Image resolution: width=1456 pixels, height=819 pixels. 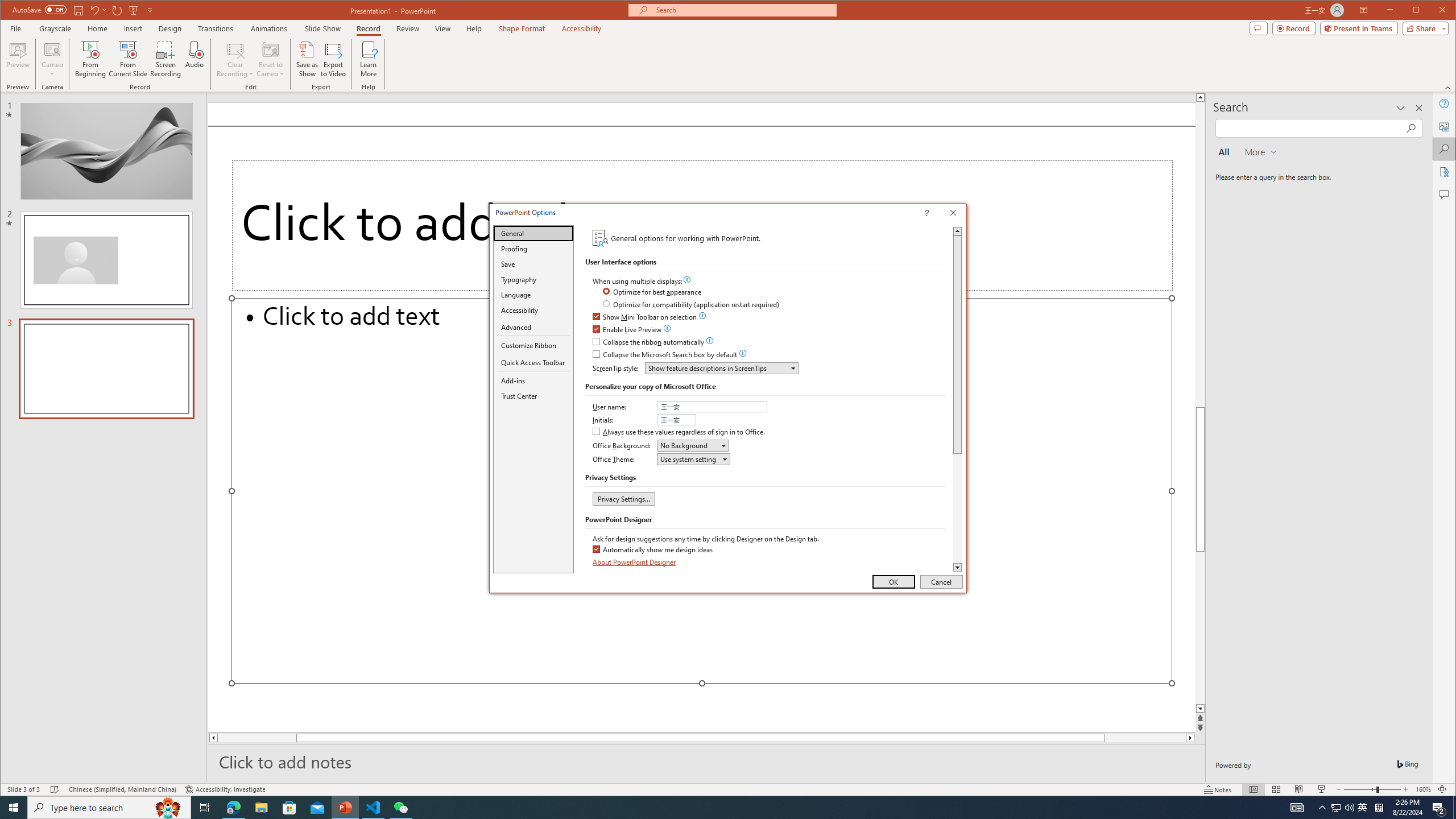 I want to click on 'Save as Show', so click(x=308, y=59).